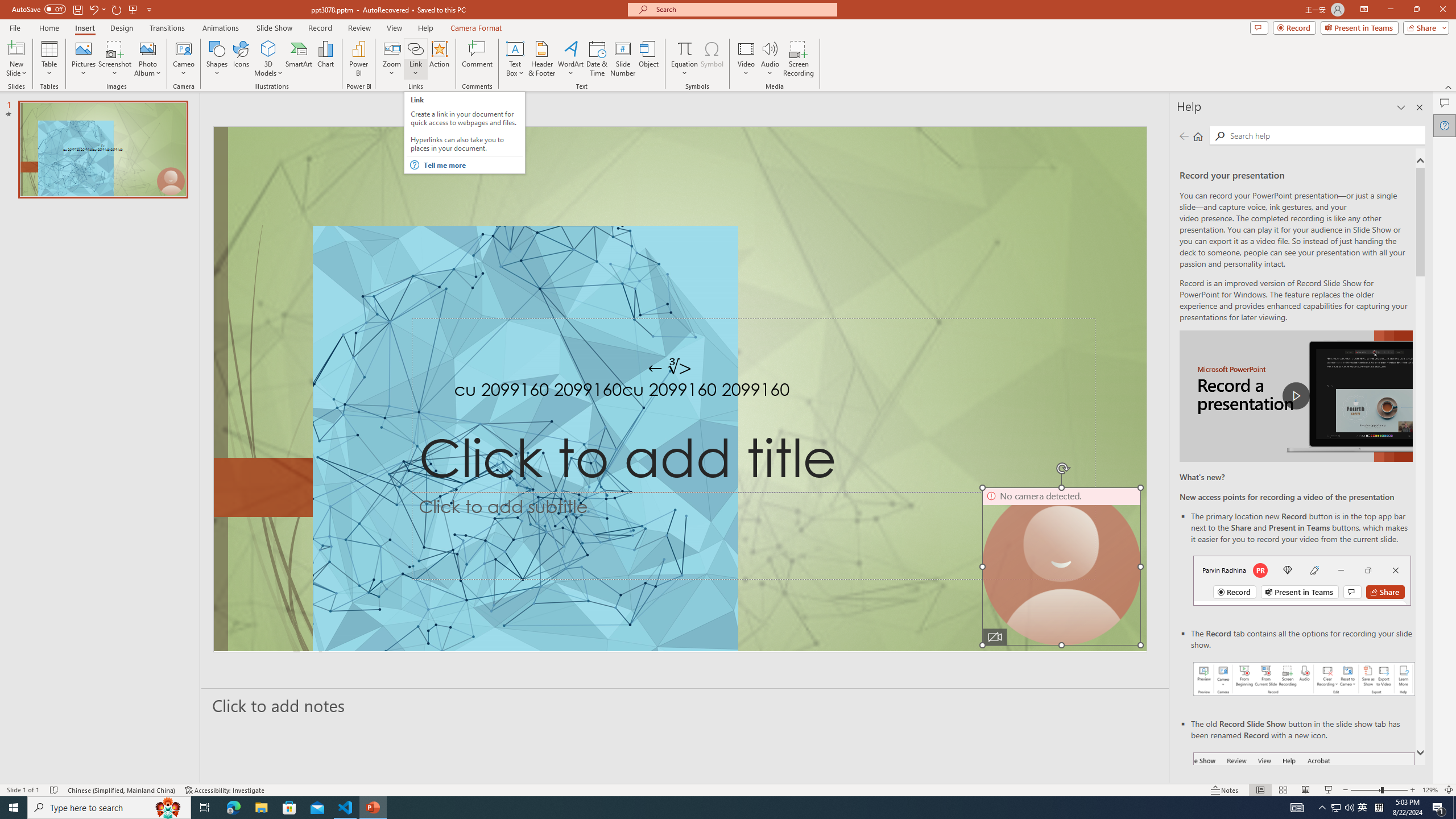 The height and width of the screenshot is (819, 1456). I want to click on 'WordArt', so click(570, 59).